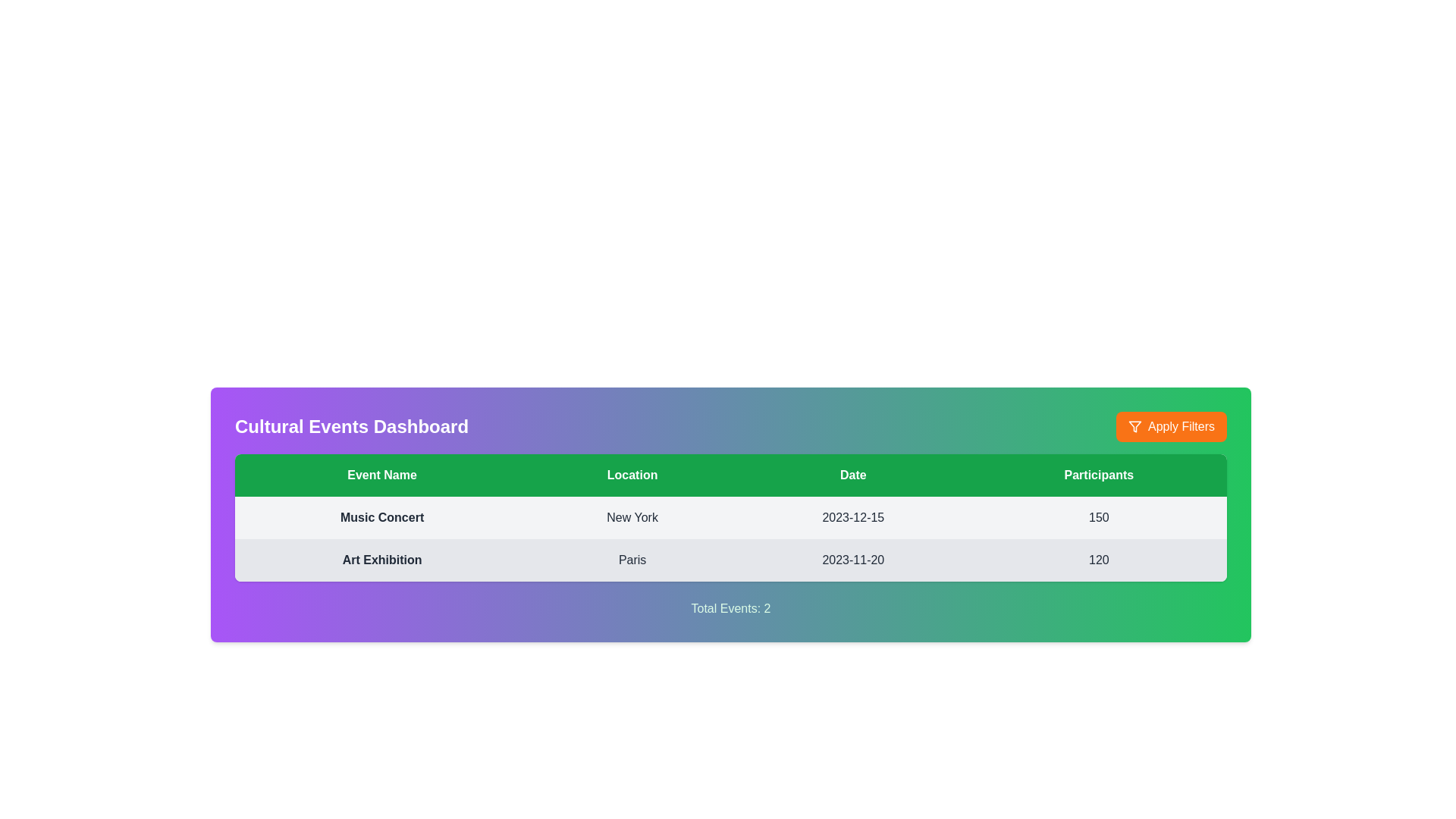  I want to click on the row corresponding to the event 'Art Exhibition' to observe its hover effect, so click(731, 560).